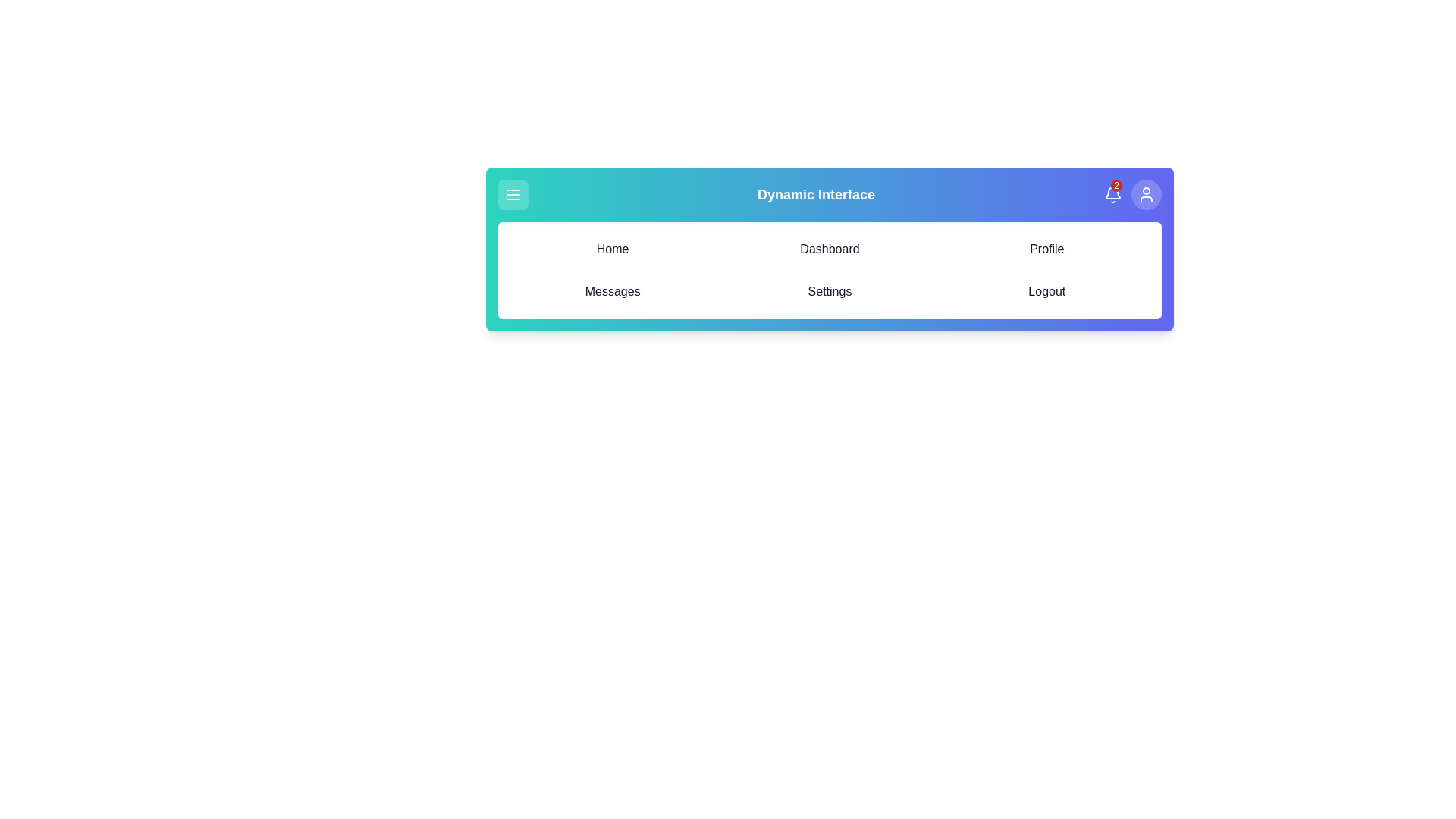 The width and height of the screenshot is (1456, 819). What do you see at coordinates (612, 248) in the screenshot?
I see `the navigation item Home from the menu` at bounding box center [612, 248].